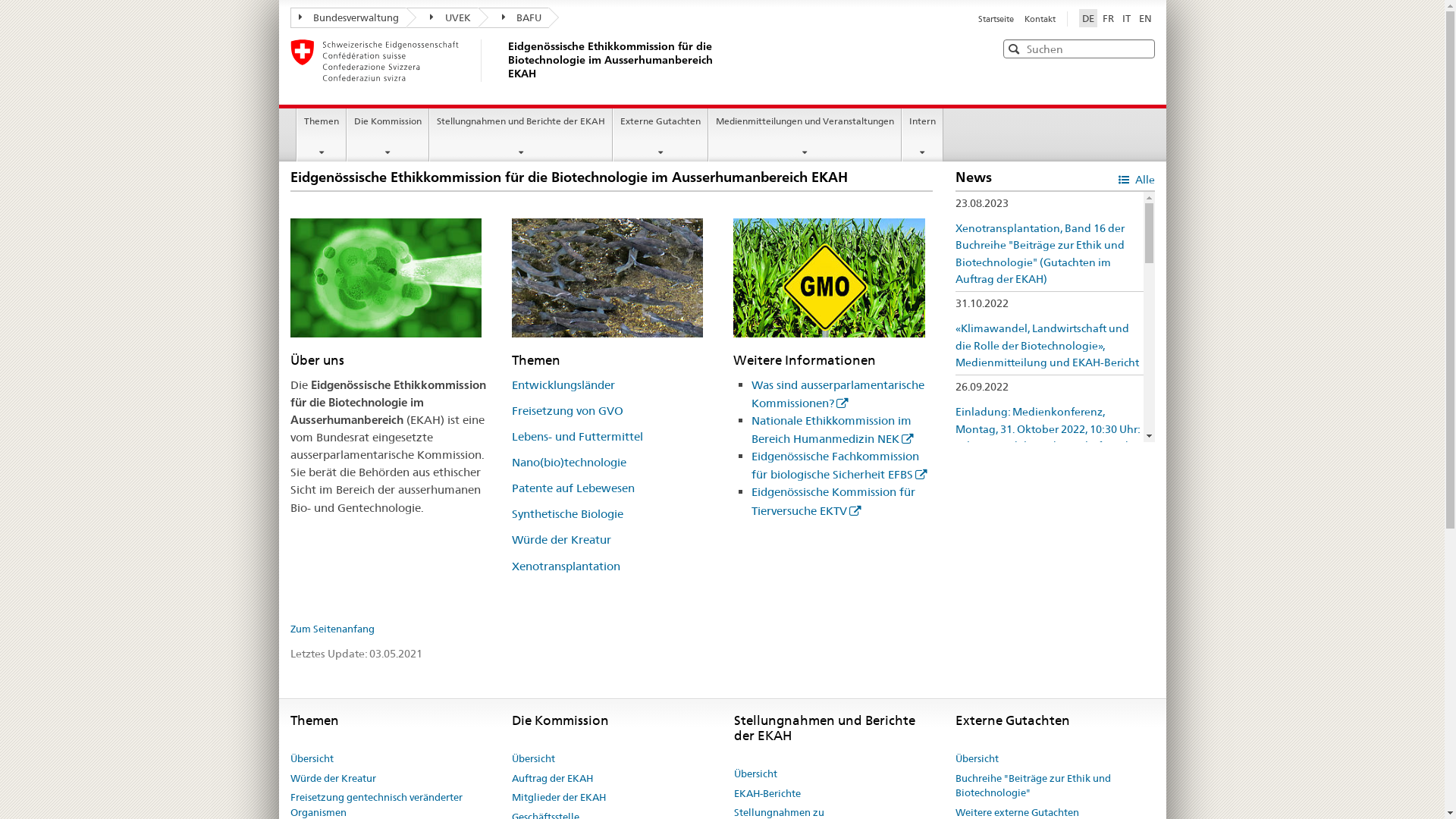 The image size is (1456, 819). What do you see at coordinates (388, 133) in the screenshot?
I see `'Die Kommission'` at bounding box center [388, 133].